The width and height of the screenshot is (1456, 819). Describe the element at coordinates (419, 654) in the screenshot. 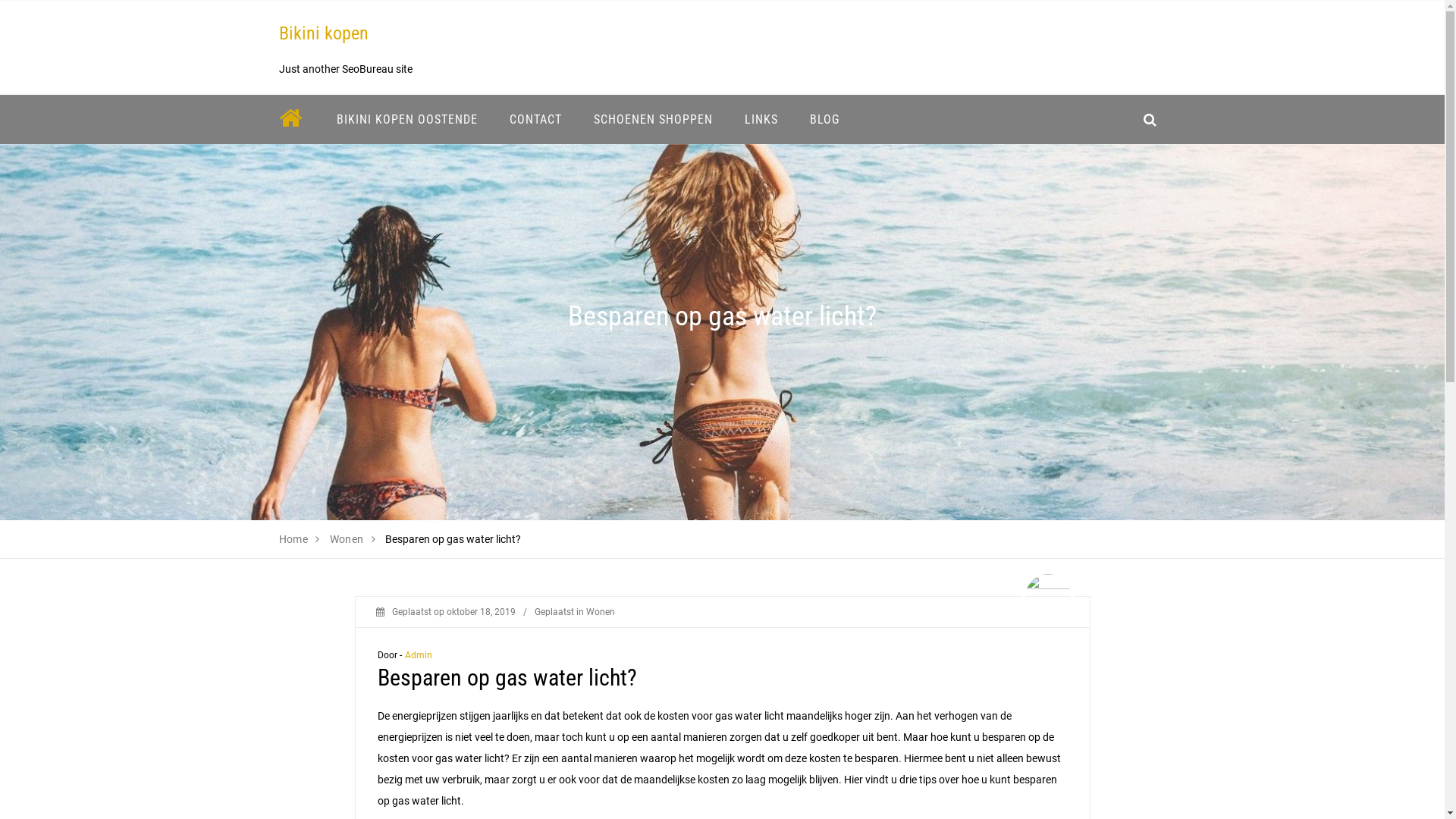

I see `'Admin'` at that location.